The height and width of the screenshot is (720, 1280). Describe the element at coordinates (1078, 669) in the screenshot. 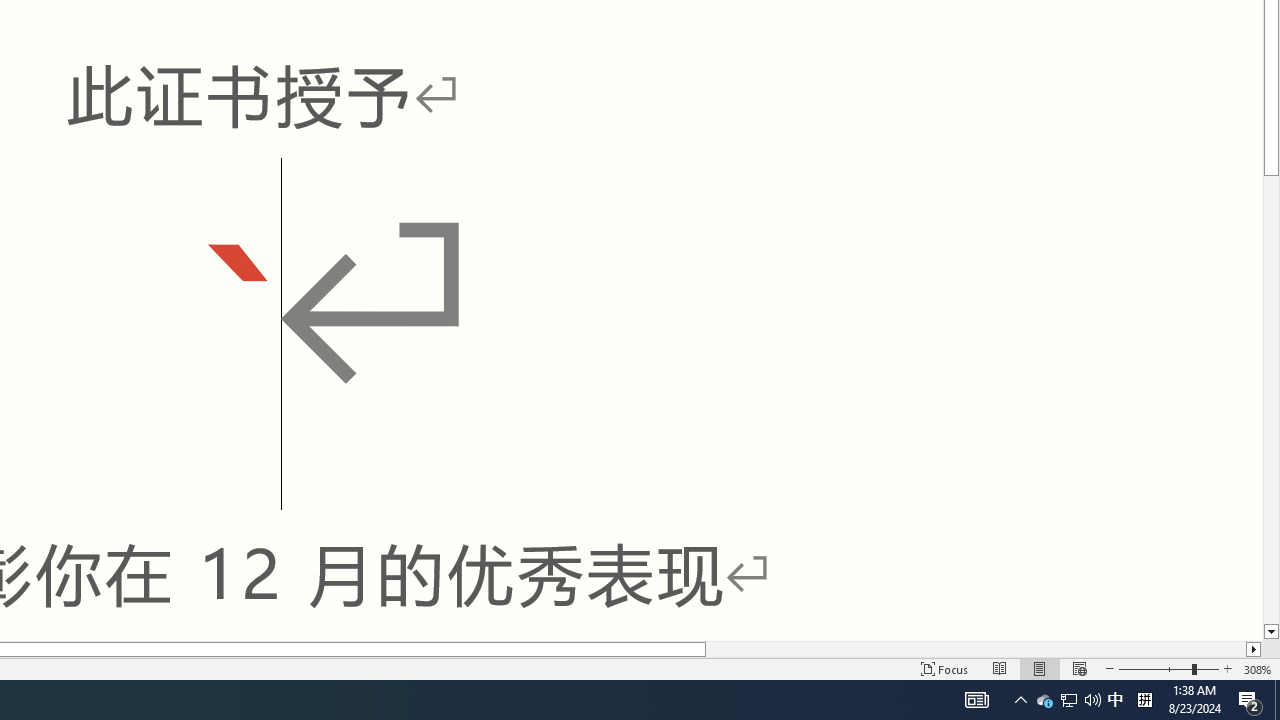

I see `'Web Layout'` at that location.